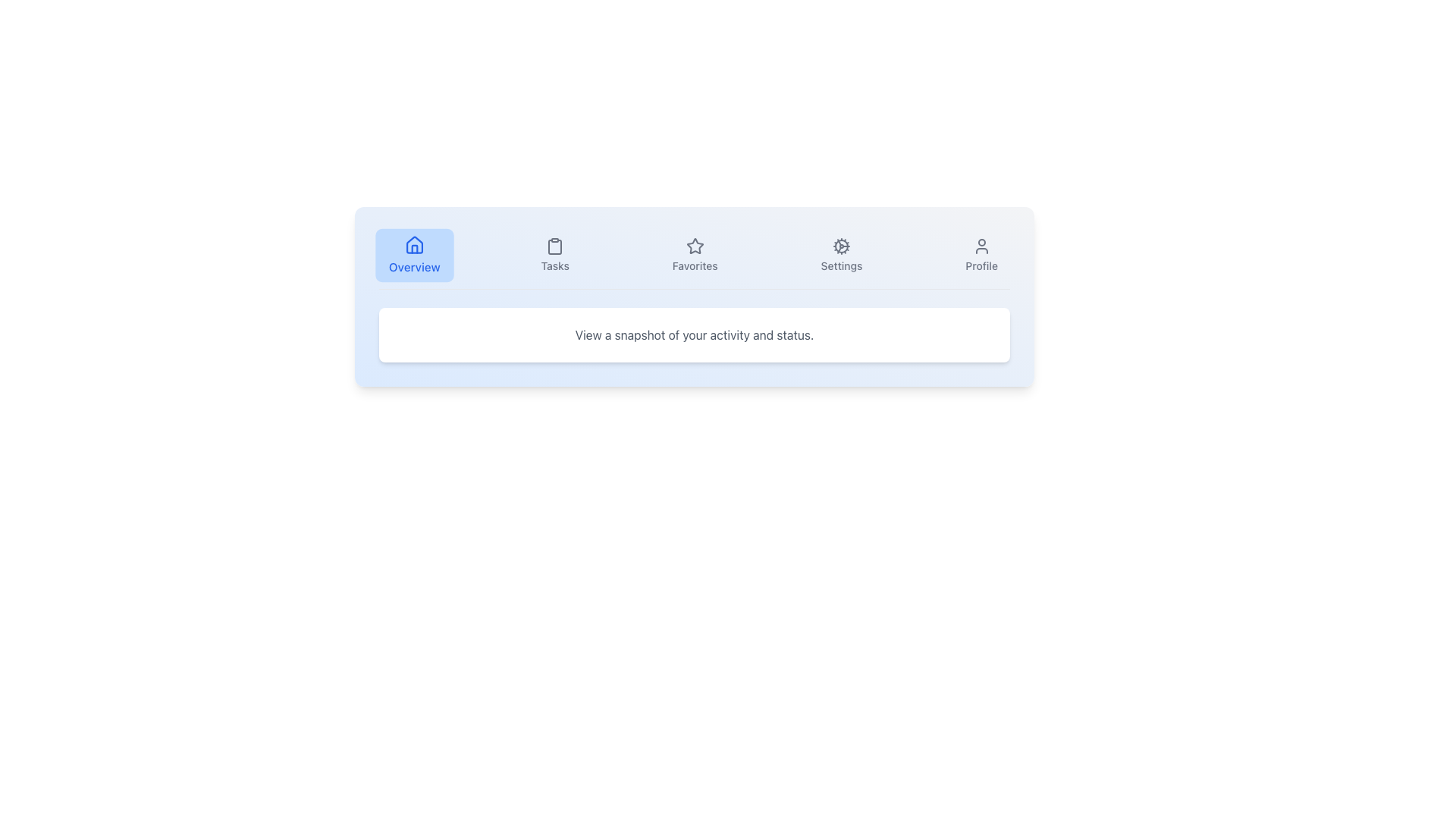  Describe the element at coordinates (414, 244) in the screenshot. I see `the house icon in the horizontal navigation menu, which is the leftmost icon representing 'Overview'` at that location.